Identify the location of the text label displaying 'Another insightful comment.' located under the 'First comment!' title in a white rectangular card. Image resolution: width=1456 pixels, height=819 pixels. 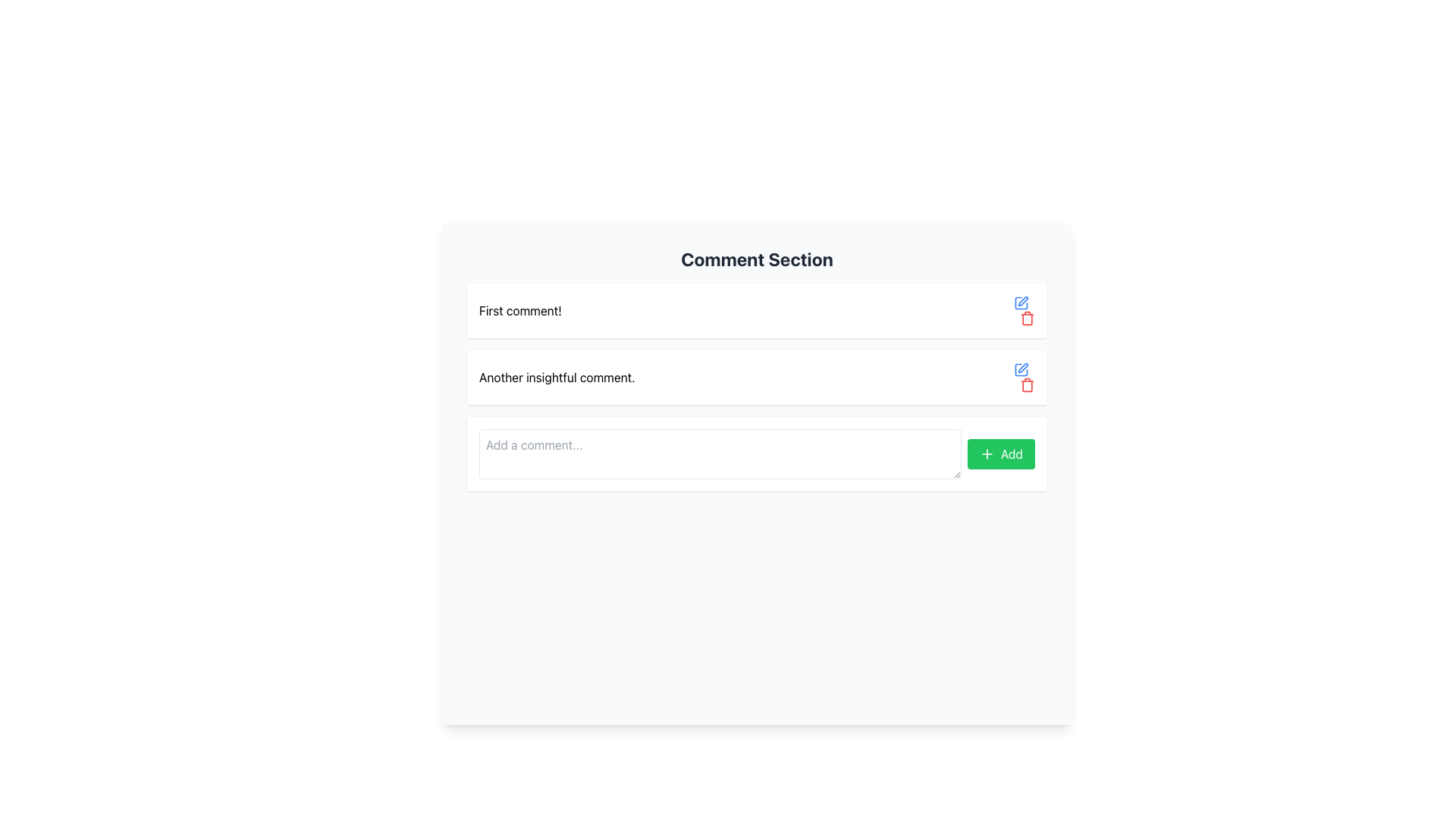
(556, 376).